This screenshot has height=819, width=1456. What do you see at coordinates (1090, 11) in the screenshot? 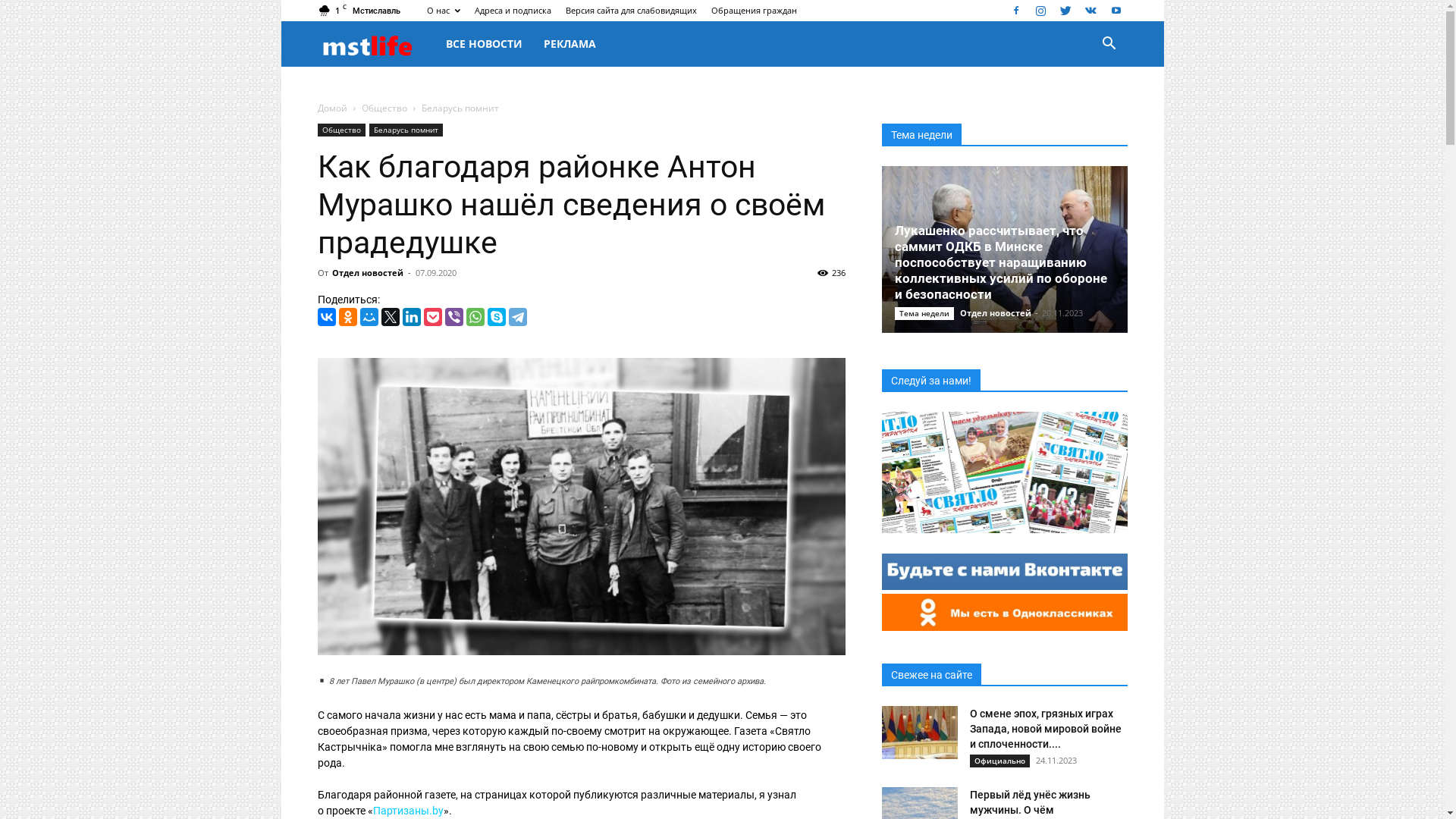
I see `'VKontakte'` at bounding box center [1090, 11].